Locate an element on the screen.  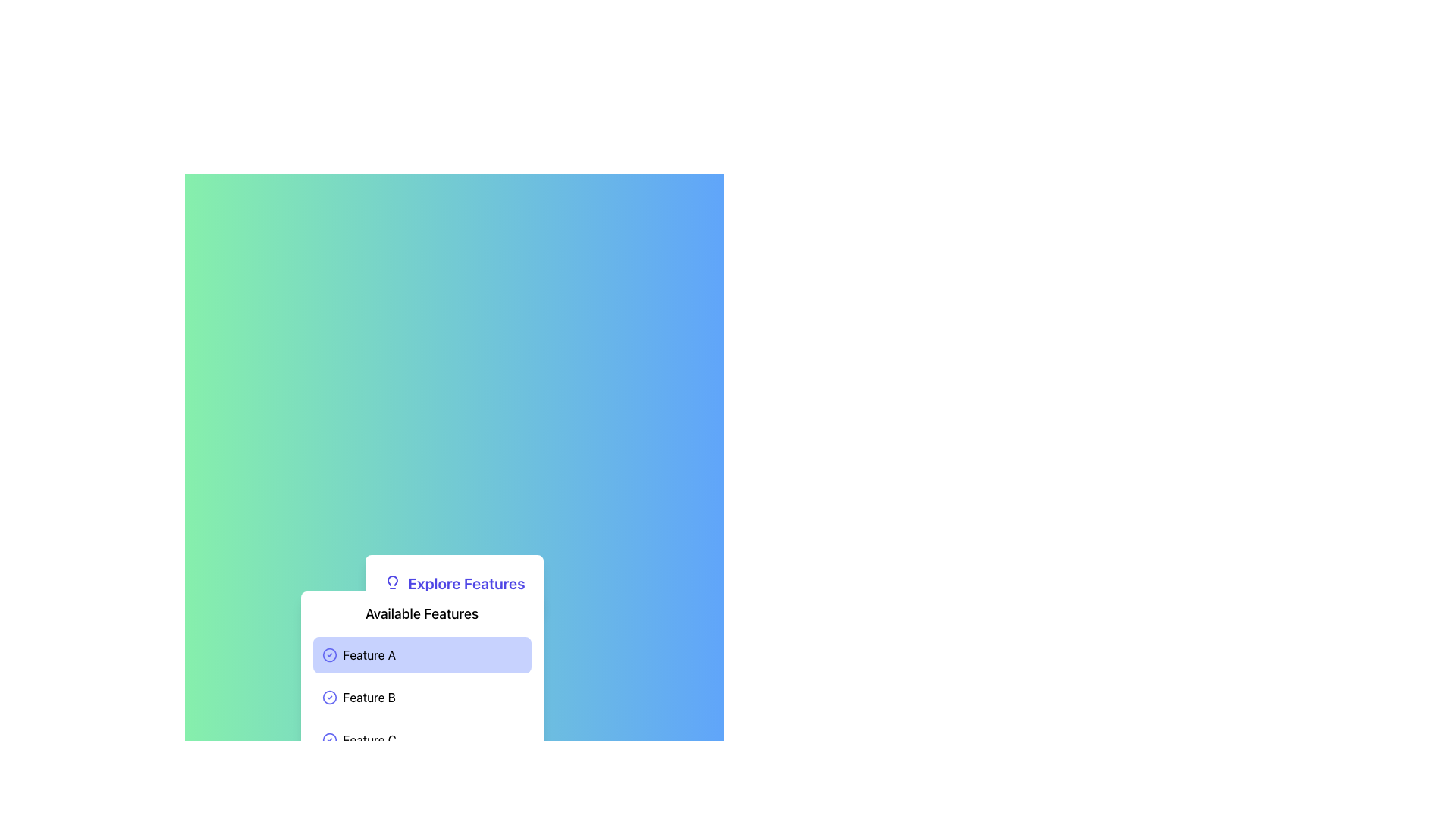
the 'Explore Features' button, which features a lightbulb icon and bold blue text is located at coordinates (453, 583).